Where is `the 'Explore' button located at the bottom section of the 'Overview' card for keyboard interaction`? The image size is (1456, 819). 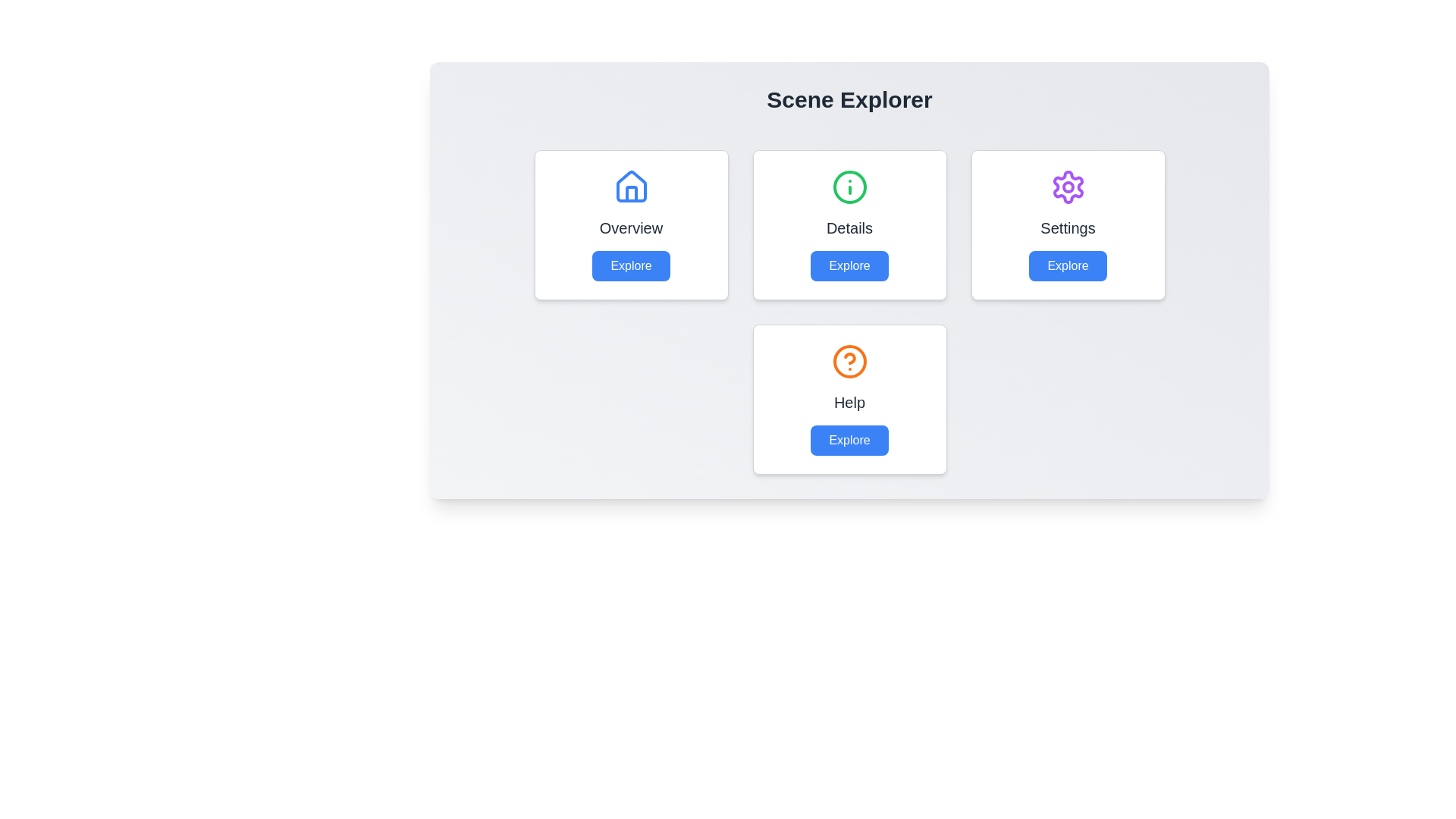
the 'Explore' button located at the bottom section of the 'Overview' card for keyboard interaction is located at coordinates (631, 265).